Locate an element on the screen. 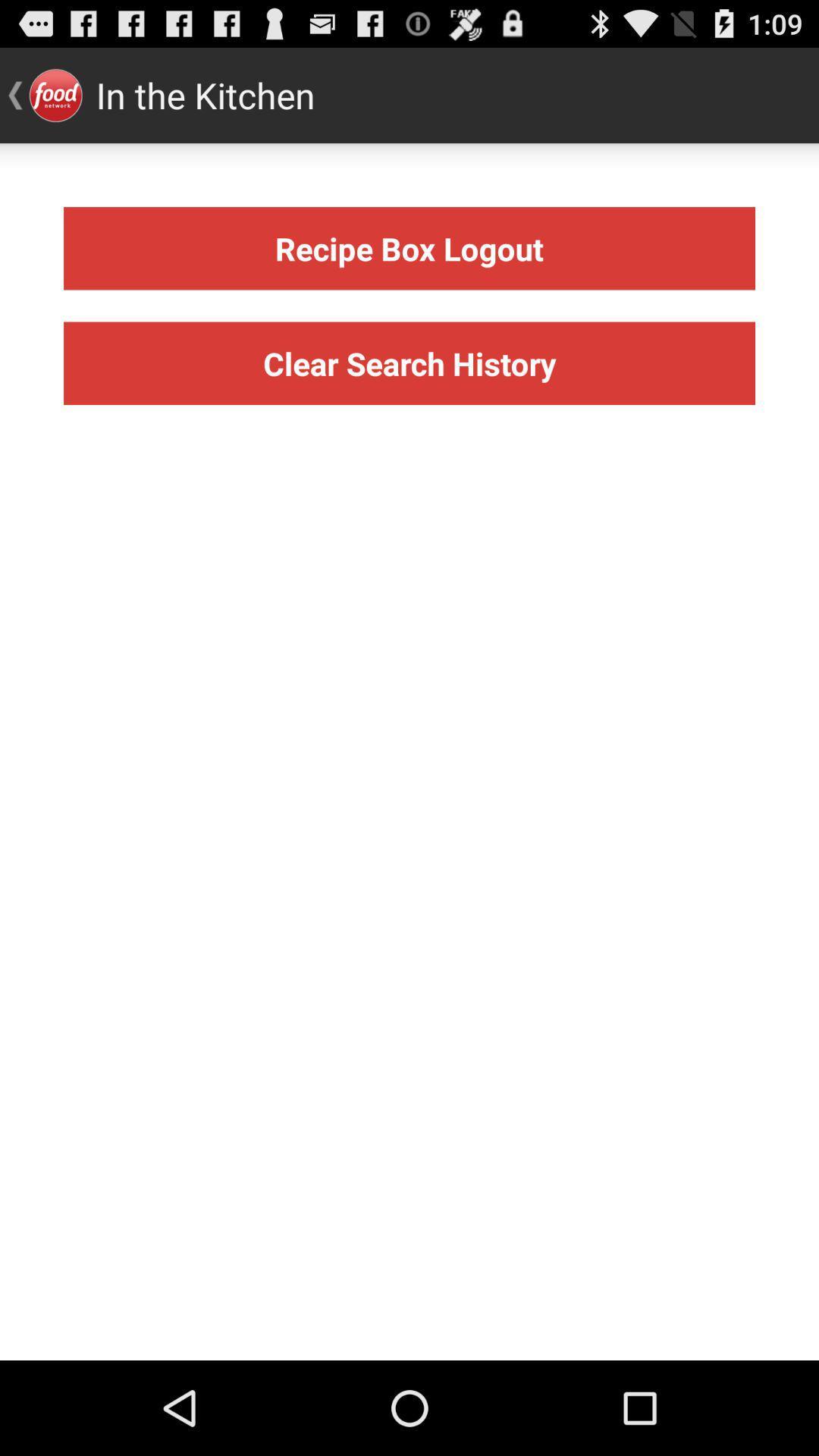  icon below the recipe box logout icon is located at coordinates (409, 362).